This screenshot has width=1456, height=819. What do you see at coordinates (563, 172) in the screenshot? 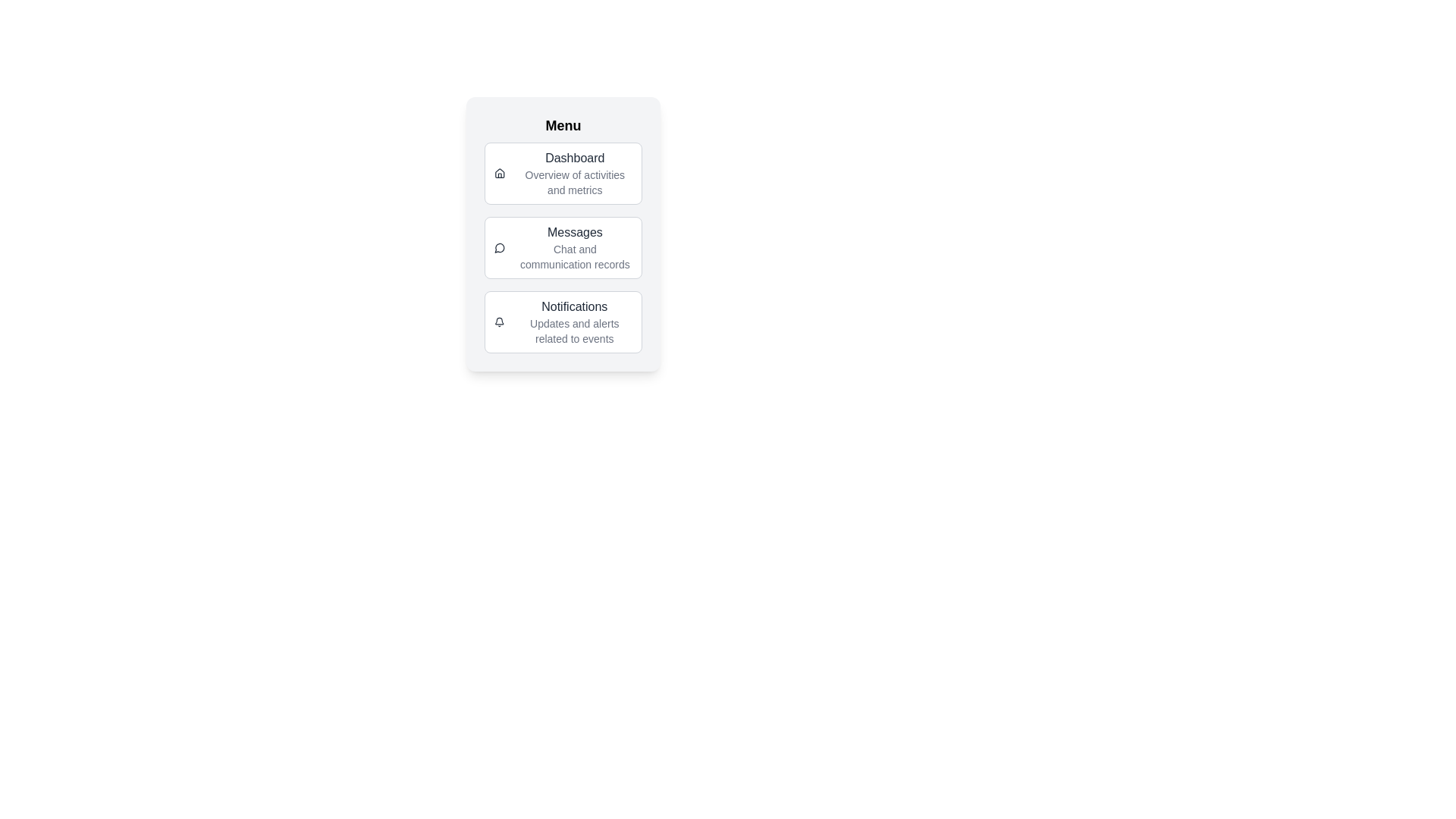
I see `the menu item Dashboard to activate it` at bounding box center [563, 172].